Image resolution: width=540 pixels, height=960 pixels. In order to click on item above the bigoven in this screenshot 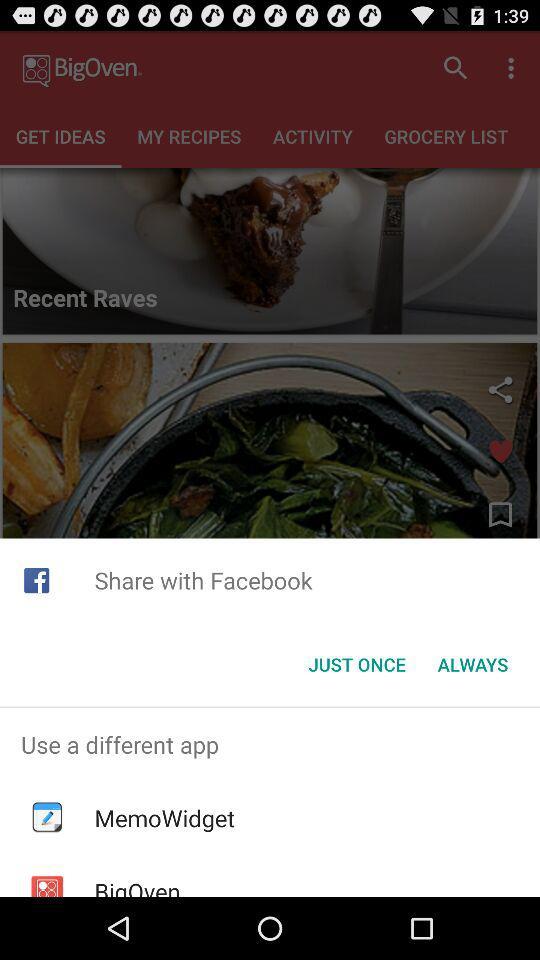, I will do `click(163, 818)`.